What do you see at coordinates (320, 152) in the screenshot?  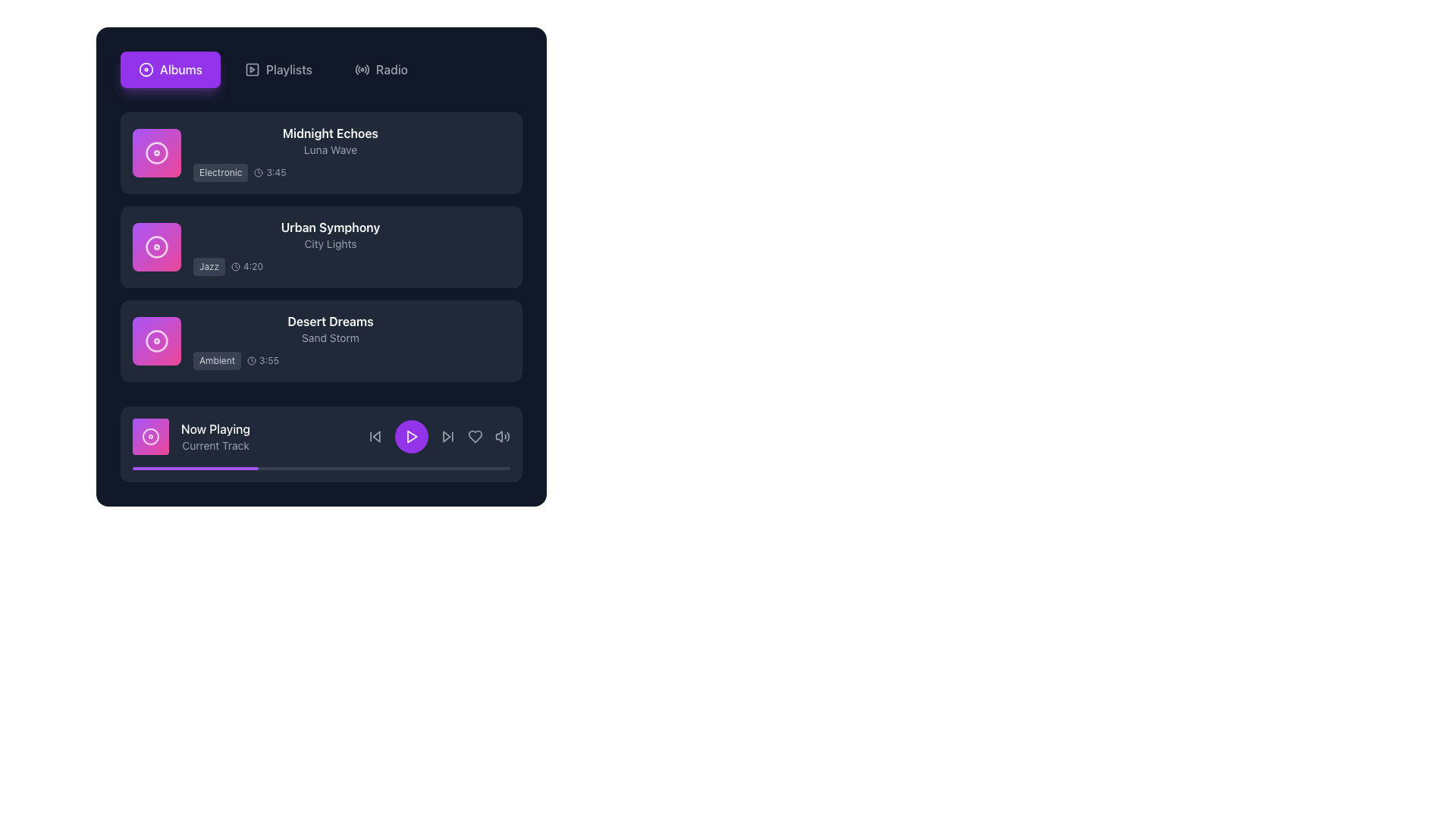 I see `the list item containing the text 'Midnight Echoes'` at bounding box center [320, 152].